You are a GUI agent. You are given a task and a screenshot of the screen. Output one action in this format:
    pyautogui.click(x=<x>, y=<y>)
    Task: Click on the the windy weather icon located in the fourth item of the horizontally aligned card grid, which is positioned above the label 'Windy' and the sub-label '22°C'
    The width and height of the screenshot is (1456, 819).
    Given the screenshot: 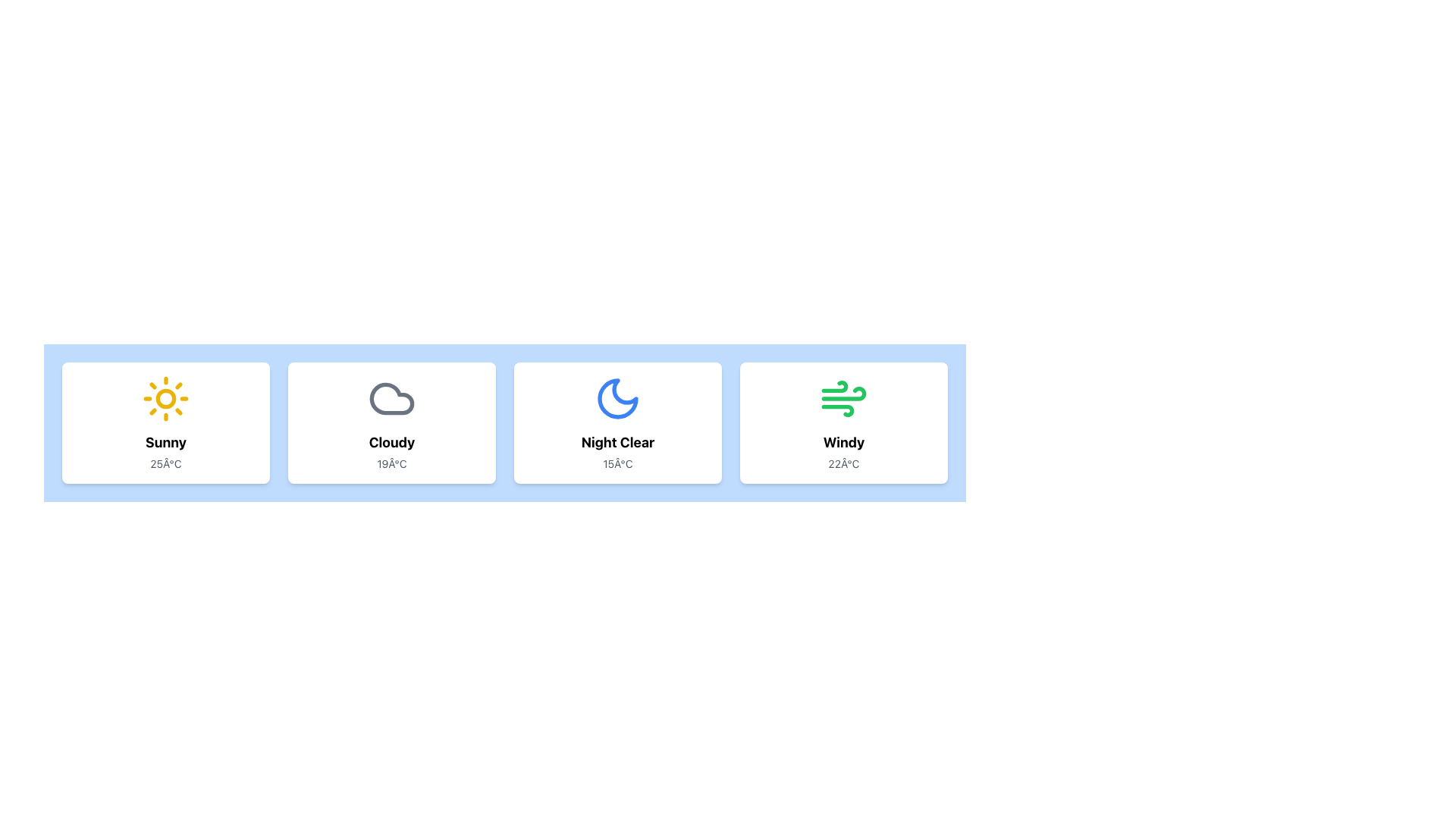 What is the action you would take?
    pyautogui.click(x=843, y=397)
    